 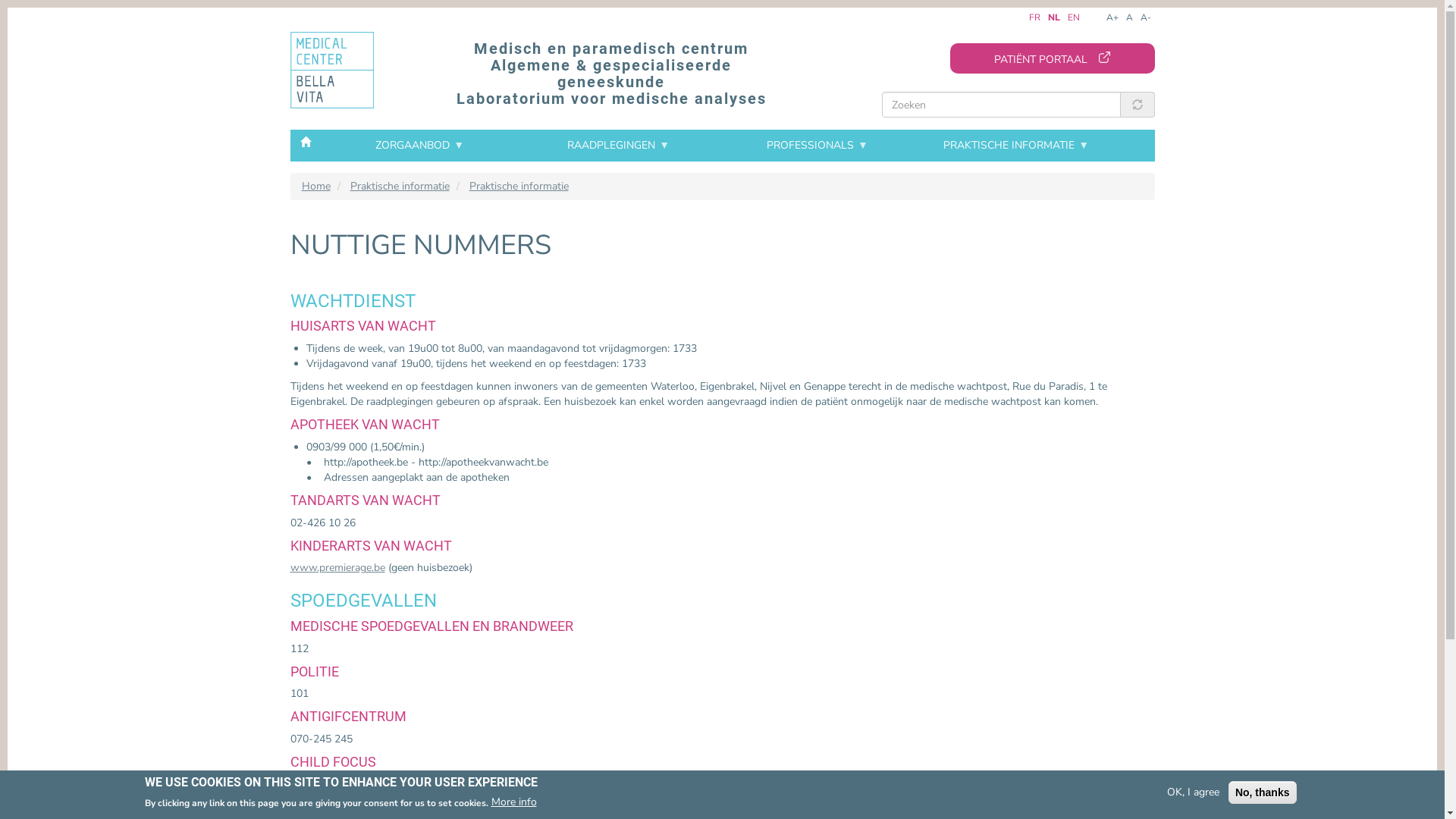 What do you see at coordinates (817, 146) in the screenshot?
I see `'PROFESSIONALS'` at bounding box center [817, 146].